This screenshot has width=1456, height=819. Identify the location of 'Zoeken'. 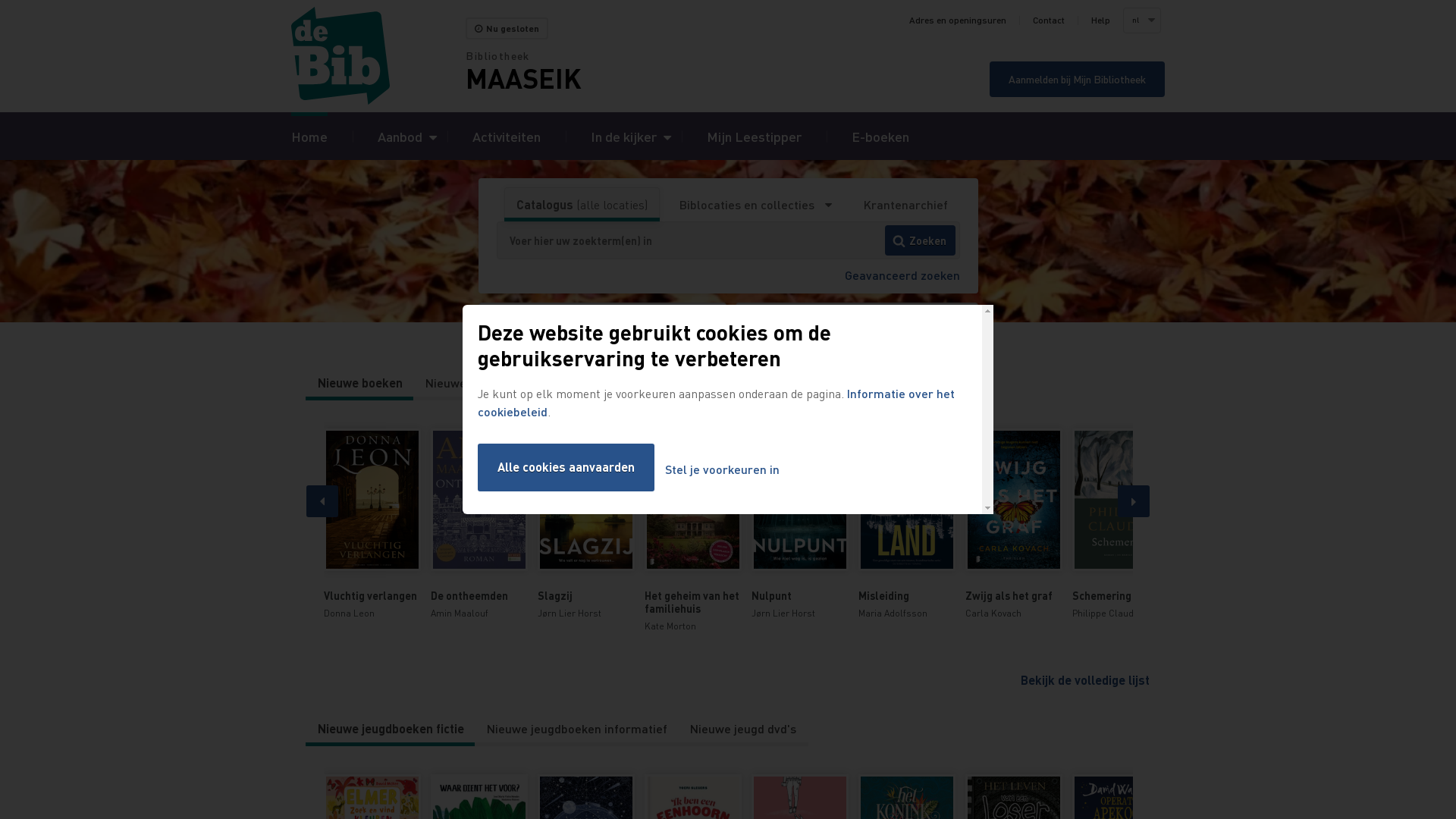
(919, 239).